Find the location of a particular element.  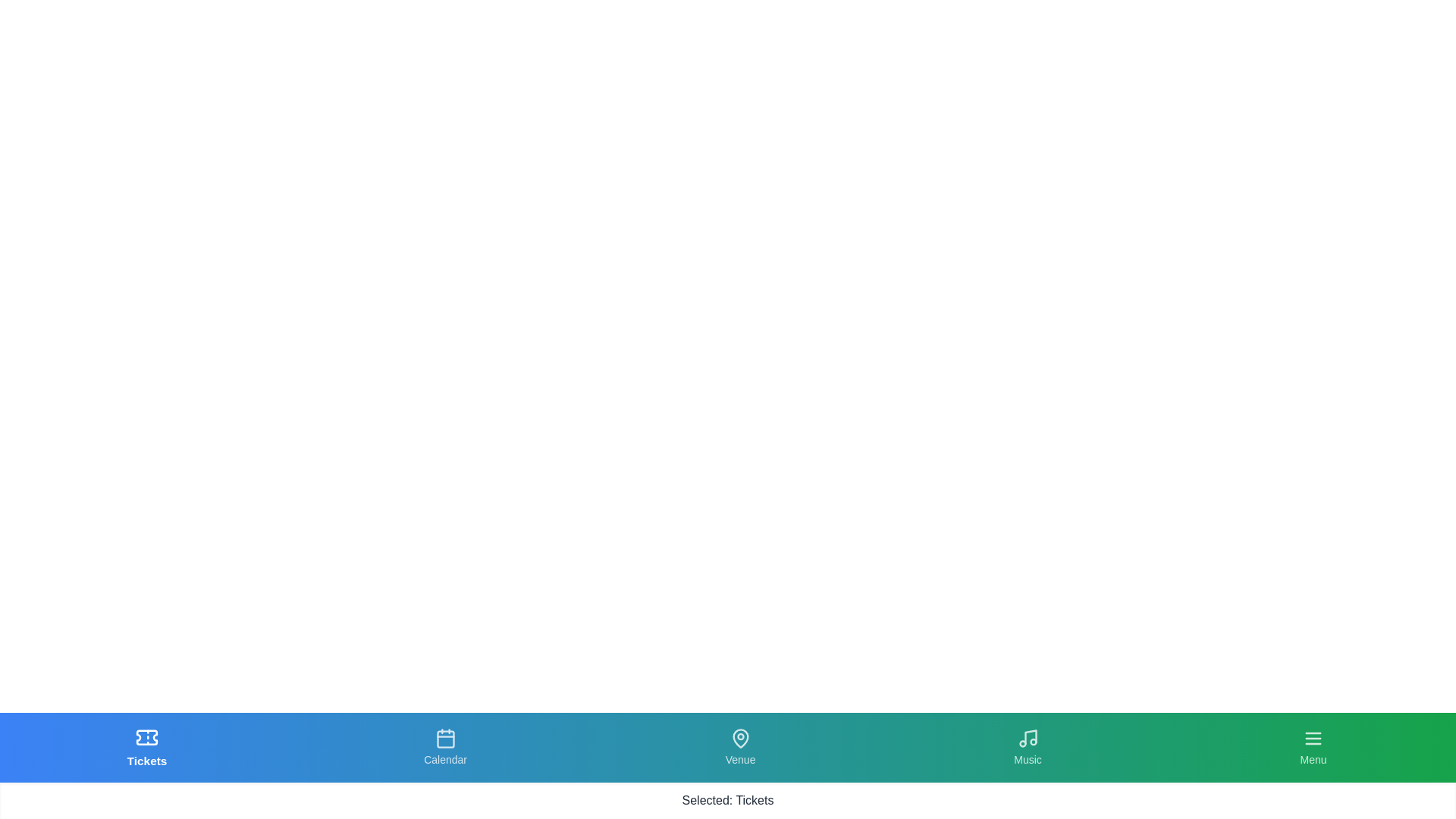

the Menu tab in the navigation bar is located at coordinates (1313, 747).